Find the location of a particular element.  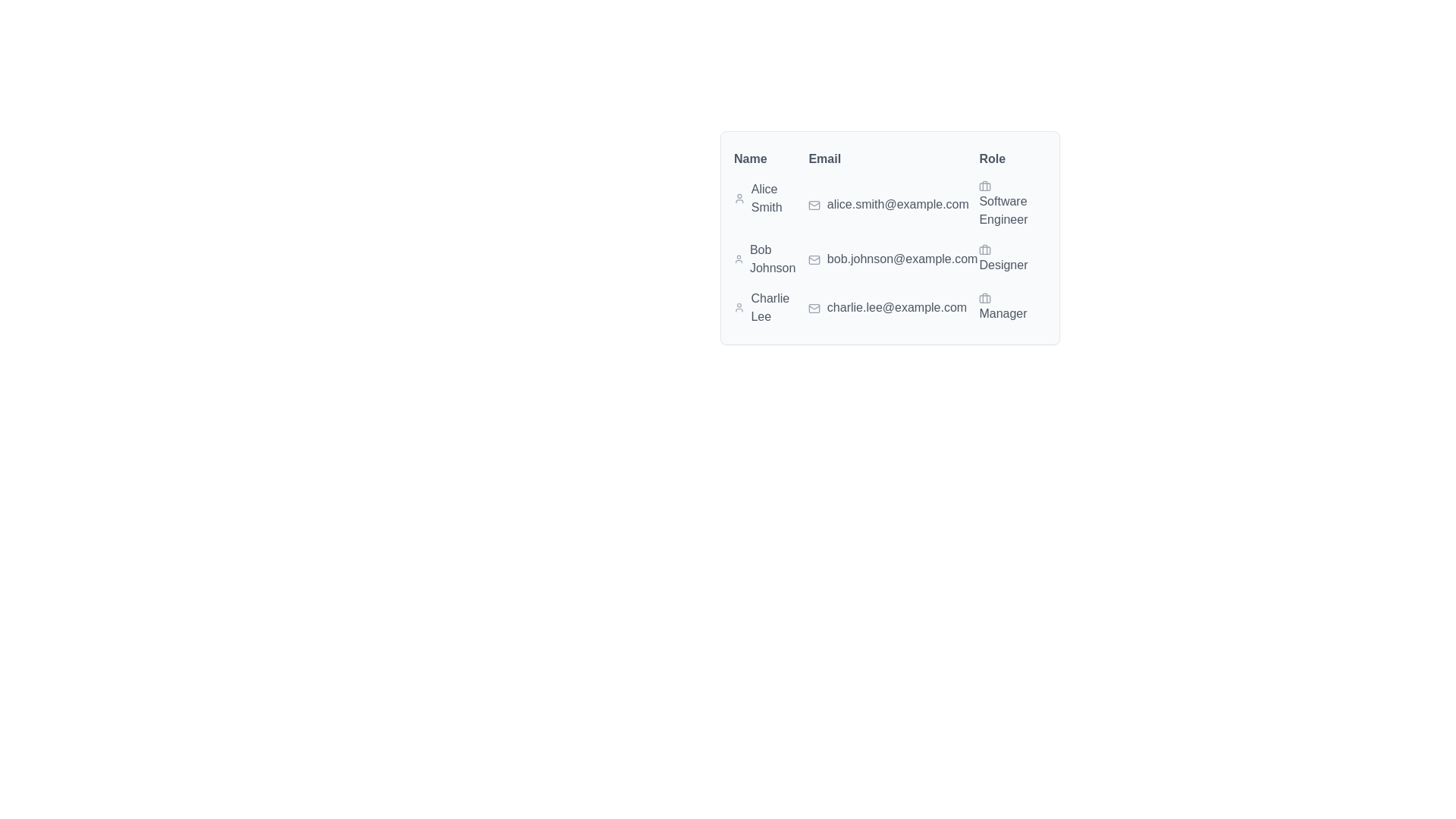

the email icon located in the Email column of the first row in a table layout, positioned left of the email text 'alice.smith@example.com' is located at coordinates (814, 205).